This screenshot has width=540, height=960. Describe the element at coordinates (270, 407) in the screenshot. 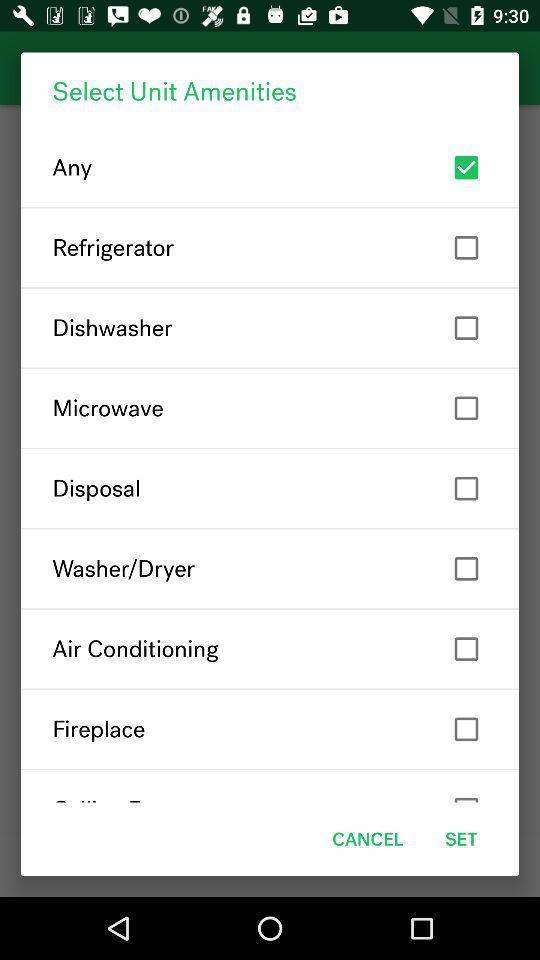

I see `the microwave` at that location.